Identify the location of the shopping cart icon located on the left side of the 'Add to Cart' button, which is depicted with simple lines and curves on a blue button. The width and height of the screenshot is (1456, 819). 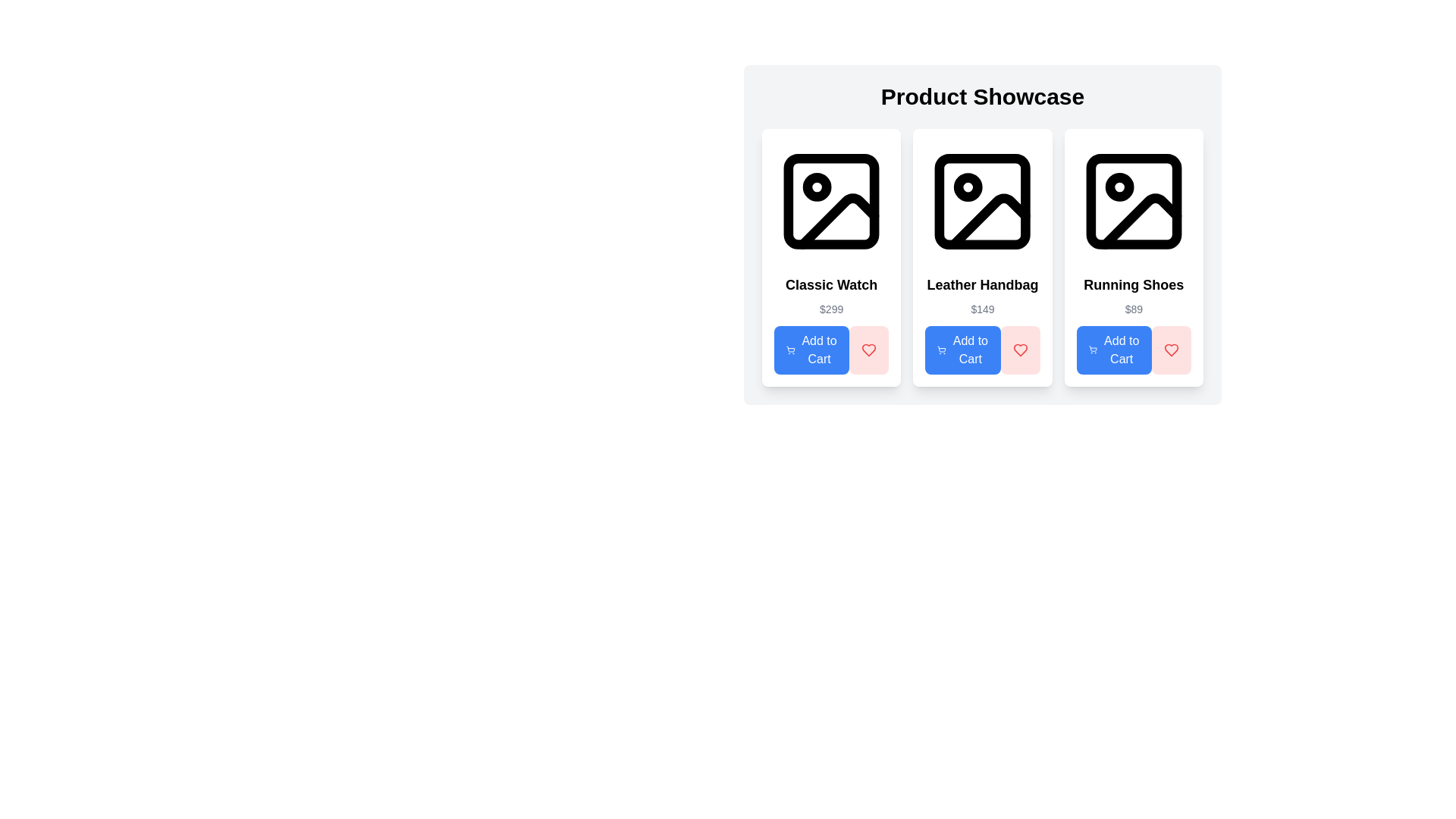
(941, 350).